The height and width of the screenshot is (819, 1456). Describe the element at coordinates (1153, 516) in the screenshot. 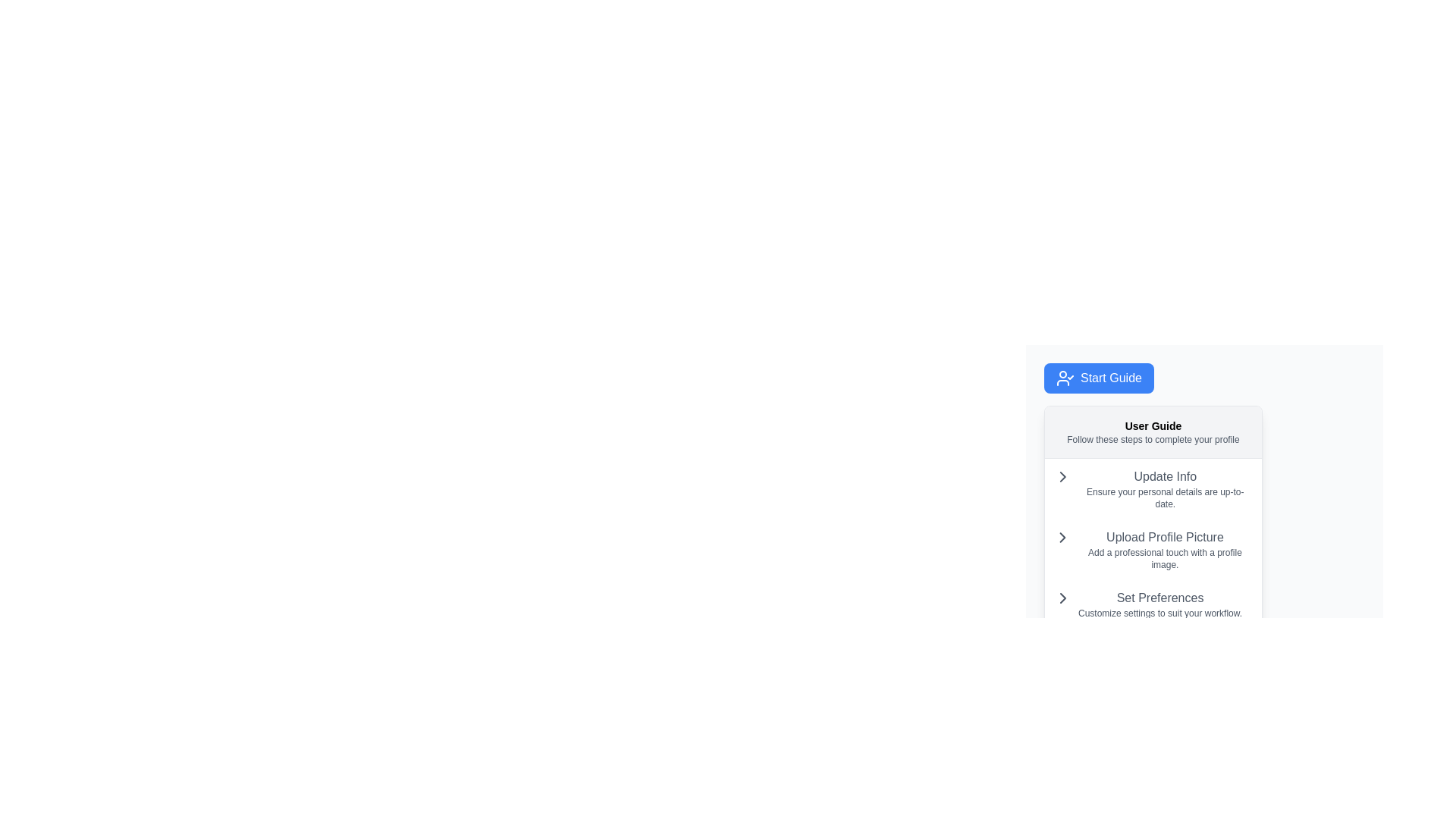

I see `the Informational Panel` at that location.